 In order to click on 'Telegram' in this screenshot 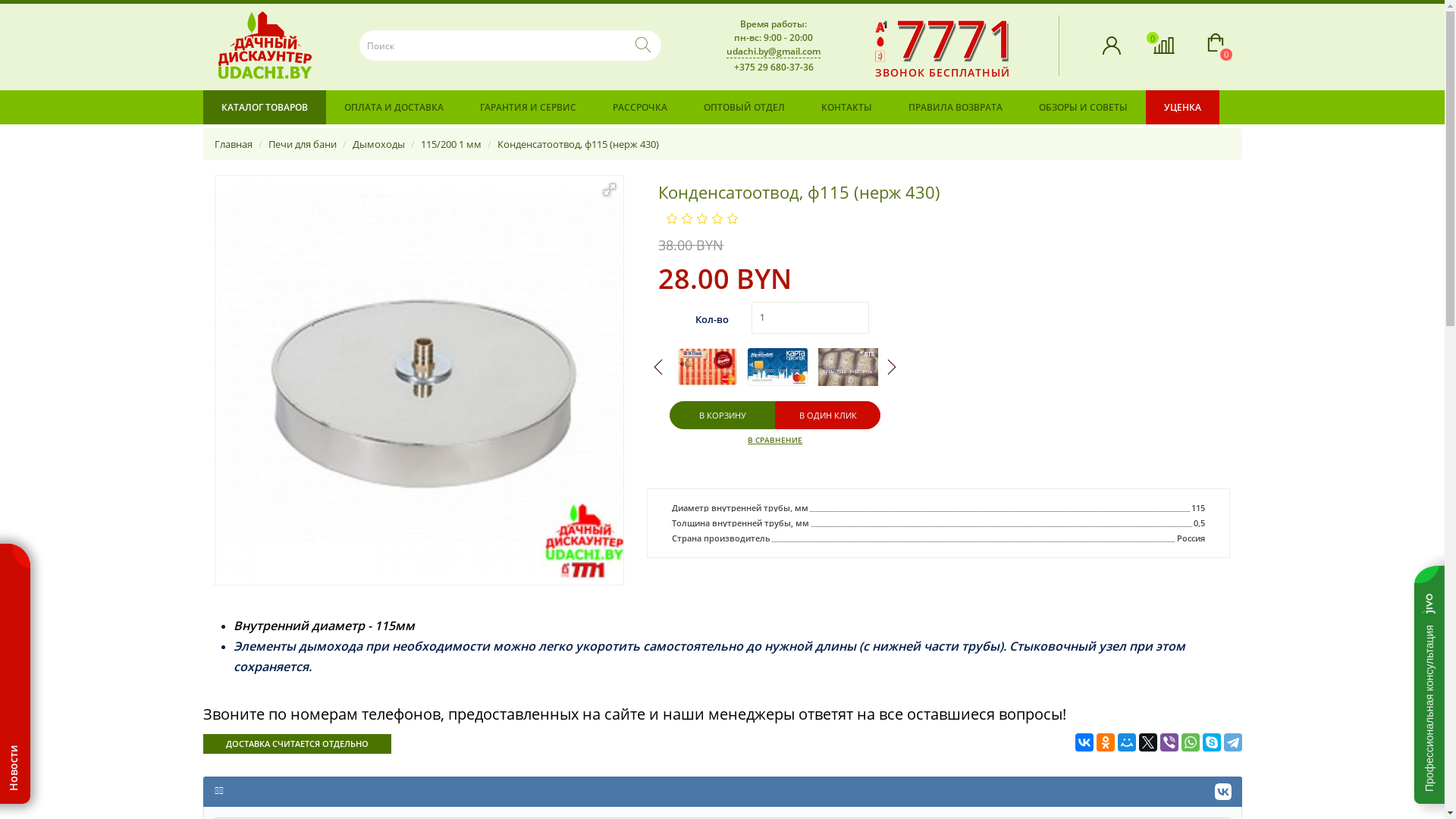, I will do `click(1233, 742)`.